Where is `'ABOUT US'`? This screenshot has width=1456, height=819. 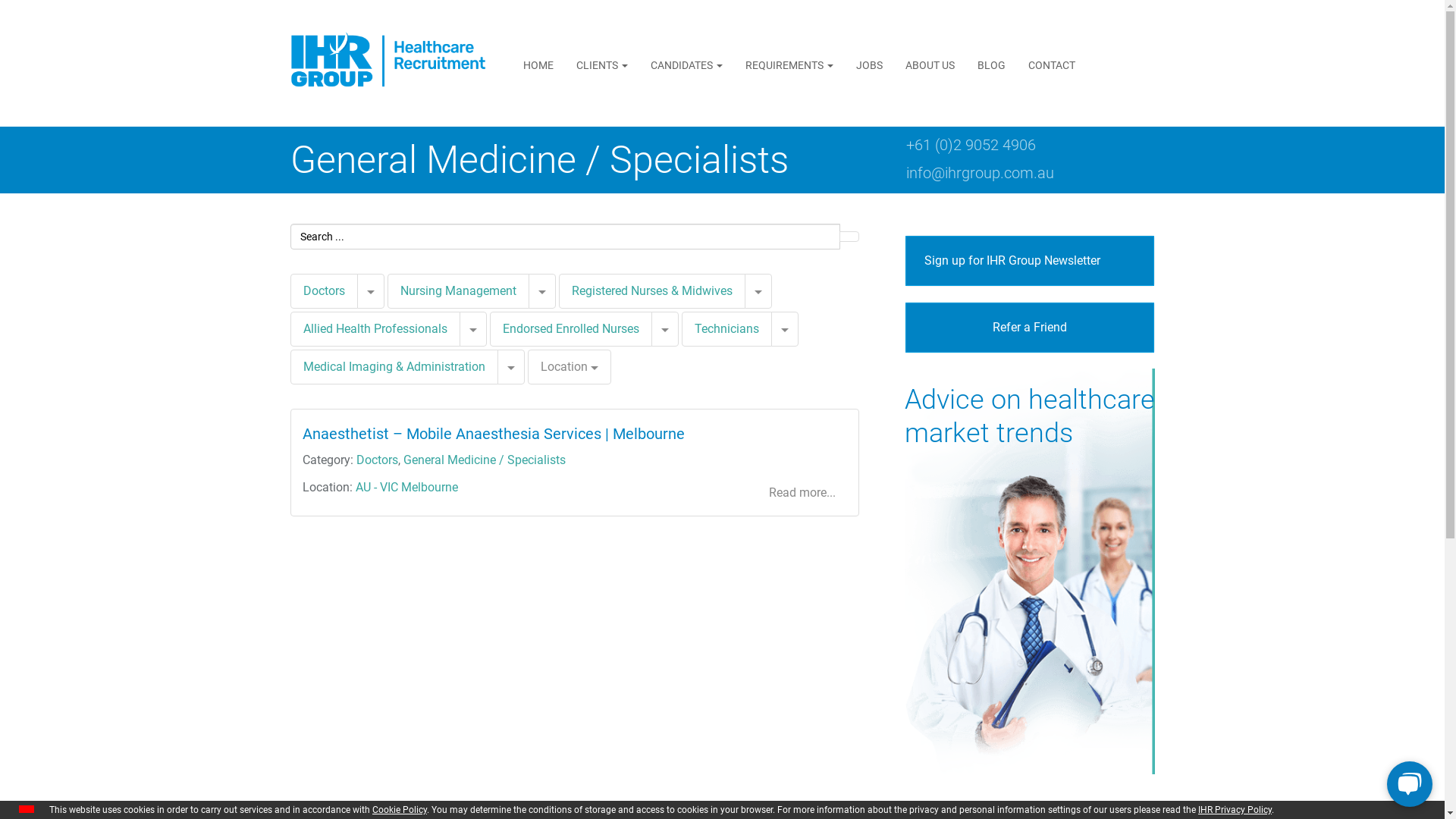
'ABOUT US' is located at coordinates (929, 64).